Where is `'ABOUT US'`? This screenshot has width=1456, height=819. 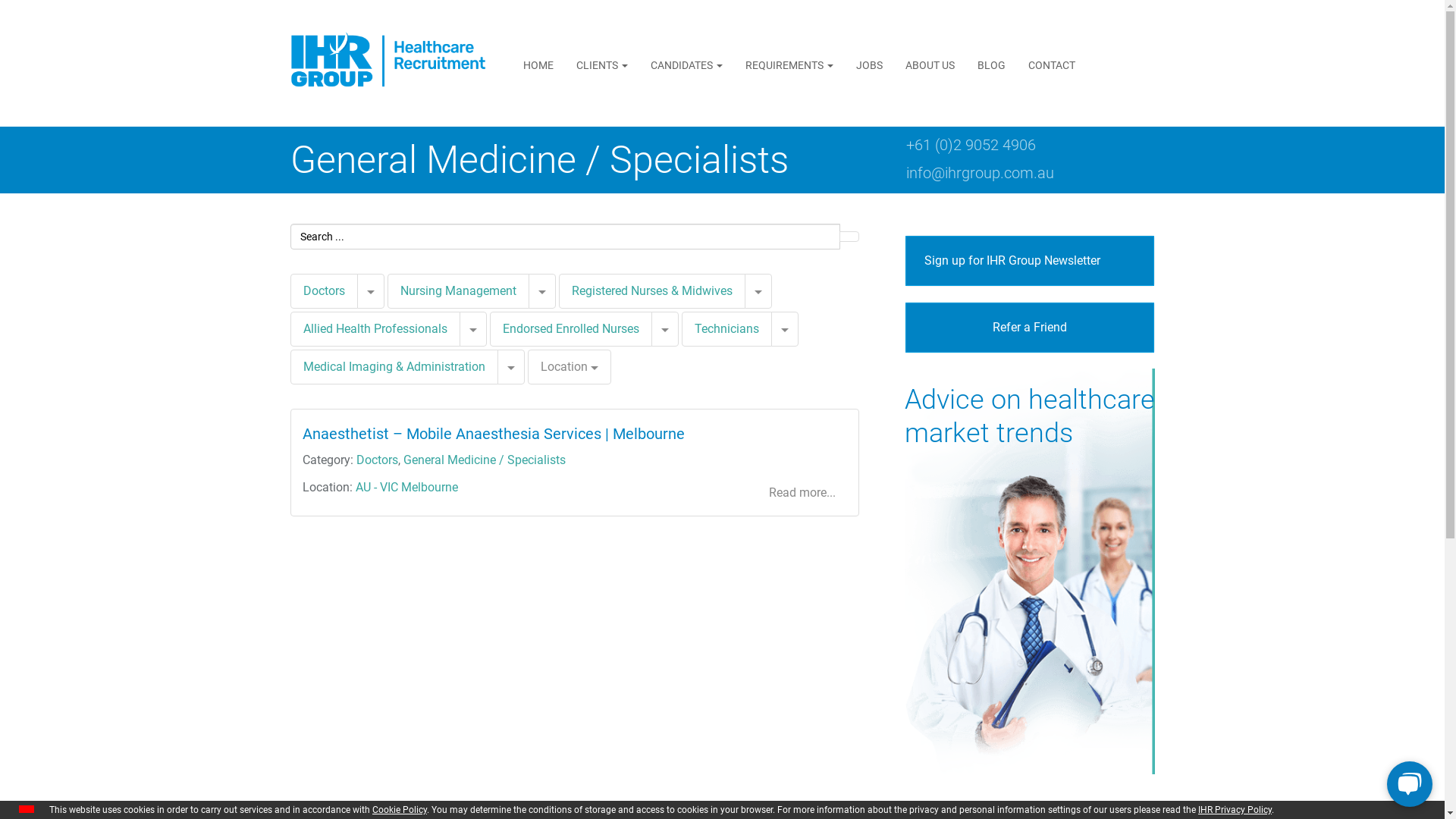
'ABOUT US' is located at coordinates (929, 64).